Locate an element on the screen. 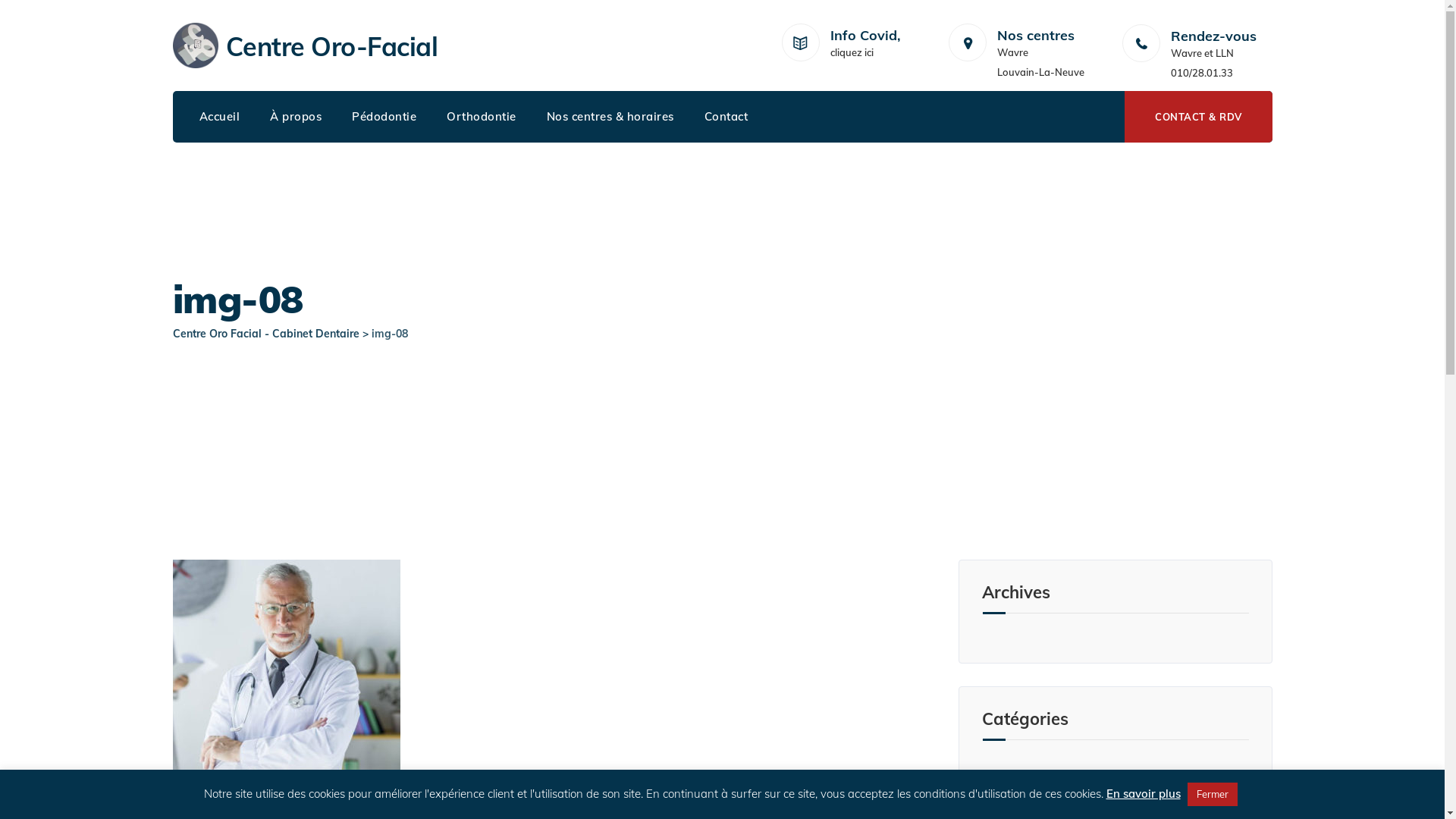 The image size is (1456, 819). 'Info Covid, is located at coordinates (829, 45).